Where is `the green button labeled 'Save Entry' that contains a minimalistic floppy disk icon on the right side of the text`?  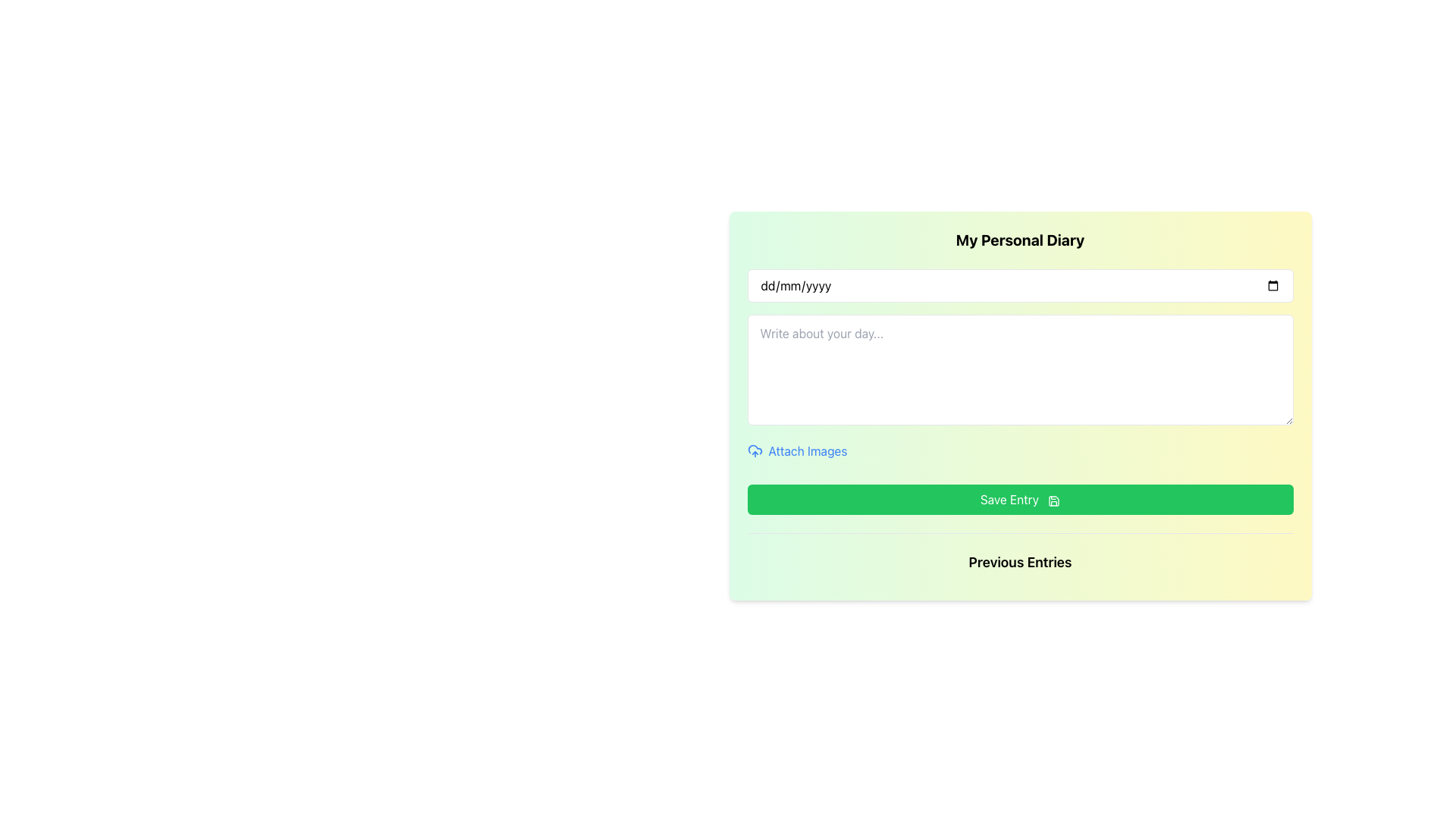 the green button labeled 'Save Entry' that contains a minimalistic floppy disk icon on the right side of the text is located at coordinates (1053, 500).